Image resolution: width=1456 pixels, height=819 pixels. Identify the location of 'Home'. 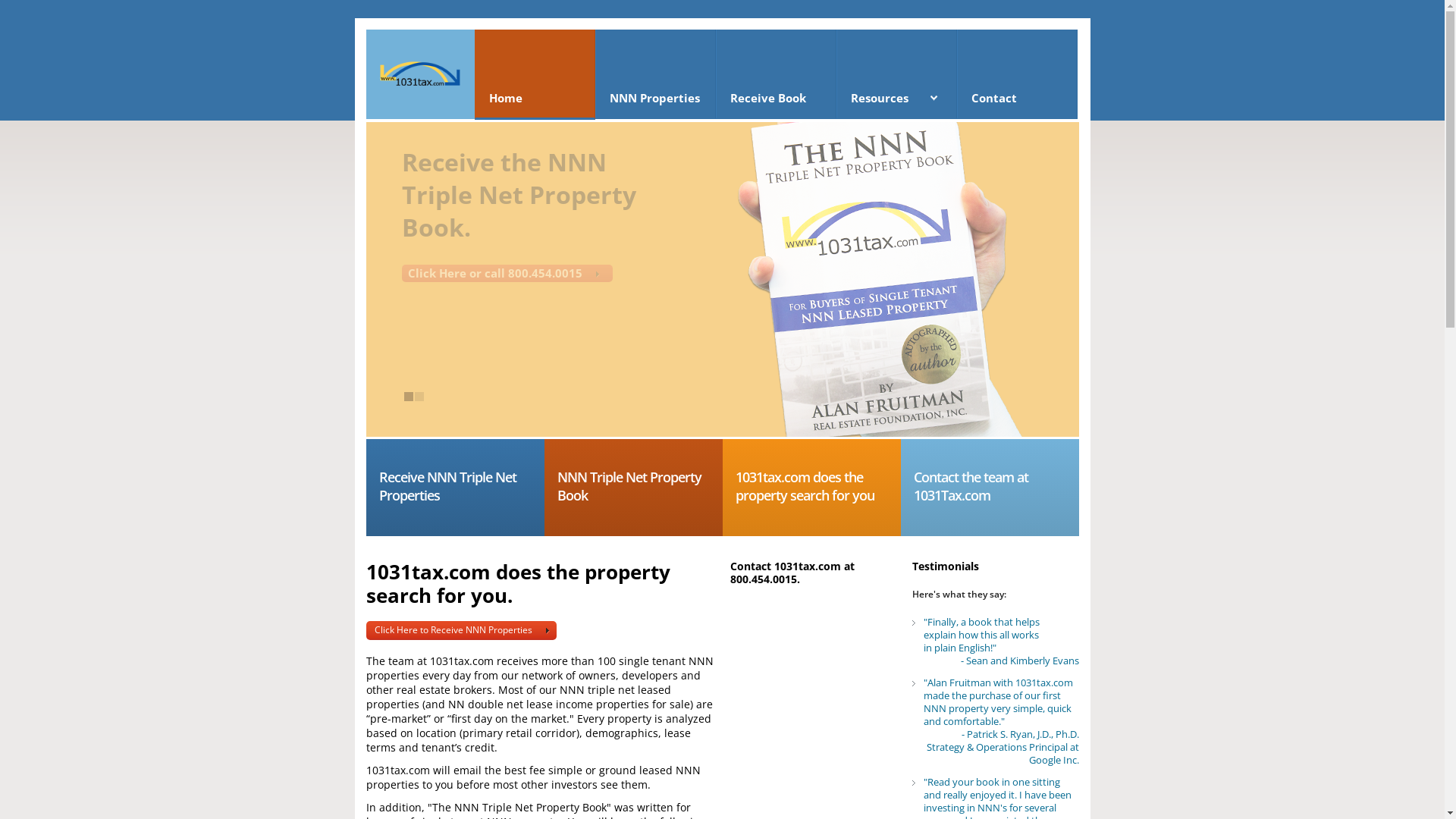
(535, 74).